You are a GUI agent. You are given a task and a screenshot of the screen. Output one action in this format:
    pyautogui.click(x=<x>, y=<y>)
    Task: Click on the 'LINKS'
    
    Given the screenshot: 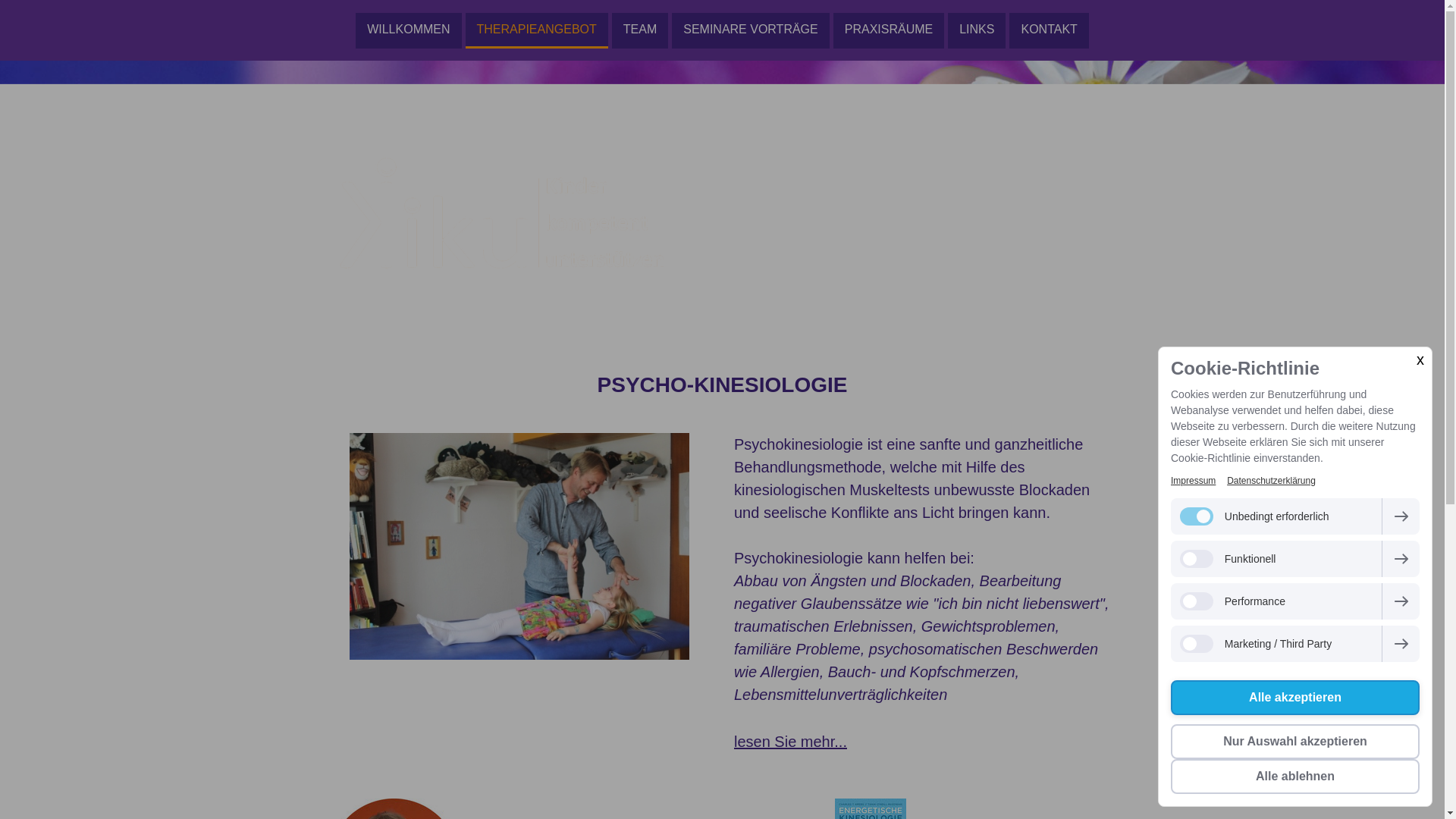 What is the action you would take?
    pyautogui.click(x=976, y=30)
    